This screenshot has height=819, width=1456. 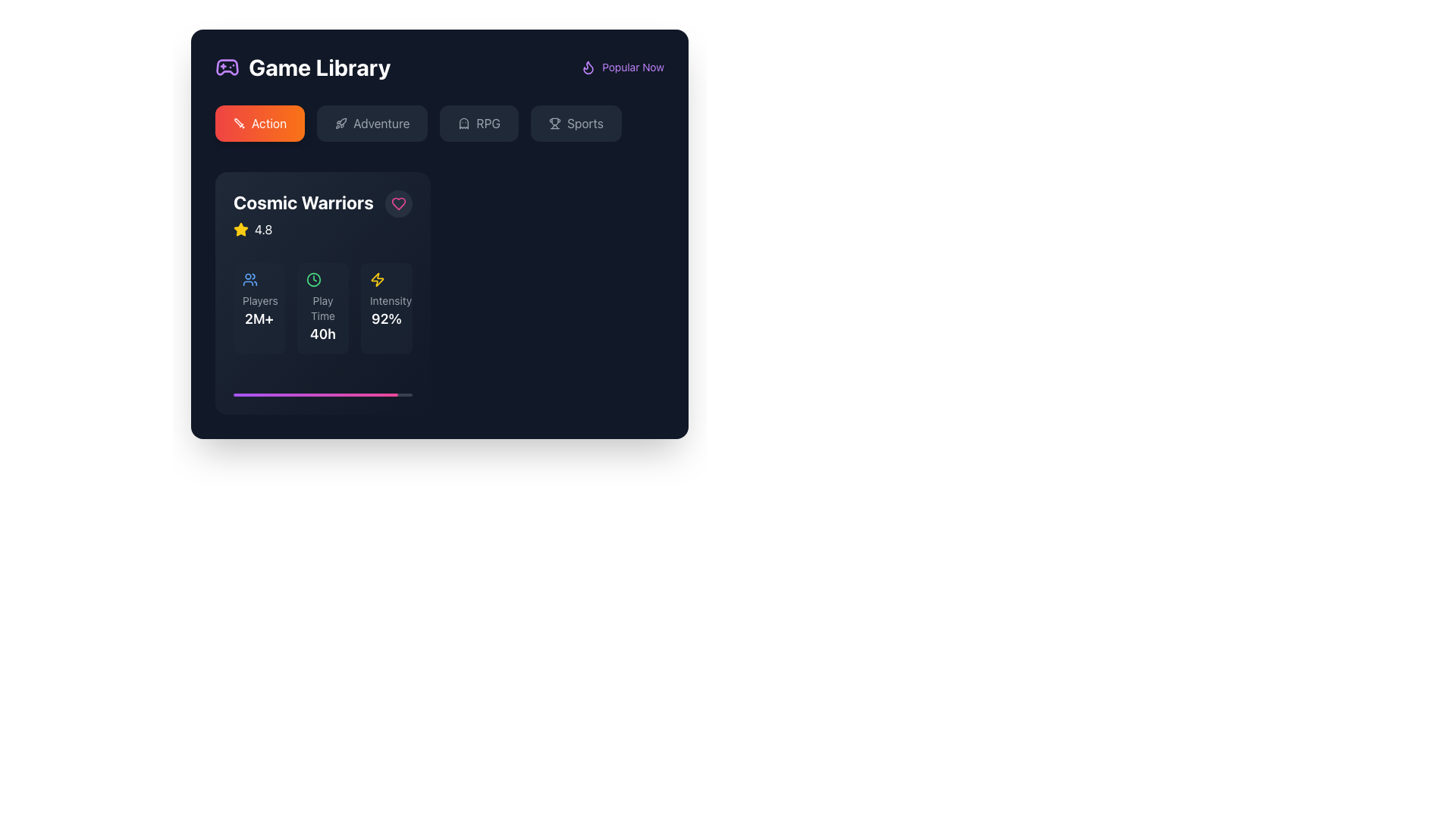 I want to click on the circular clock icon with a green border and black center, located in the second column of the 'Play Time' section, above the text '40h', so click(x=312, y=280).